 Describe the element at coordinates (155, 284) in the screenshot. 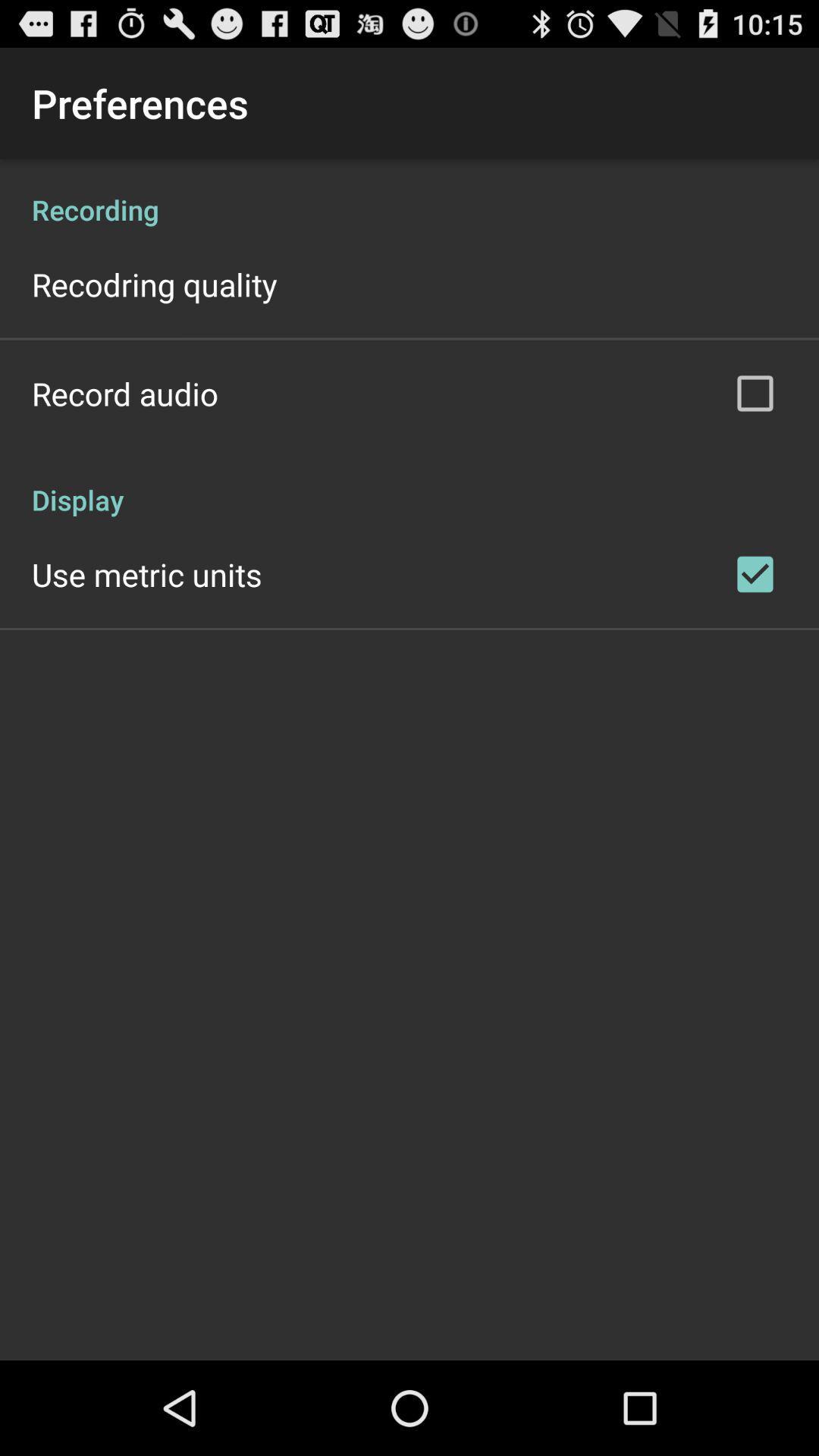

I see `item above the record audio icon` at that location.